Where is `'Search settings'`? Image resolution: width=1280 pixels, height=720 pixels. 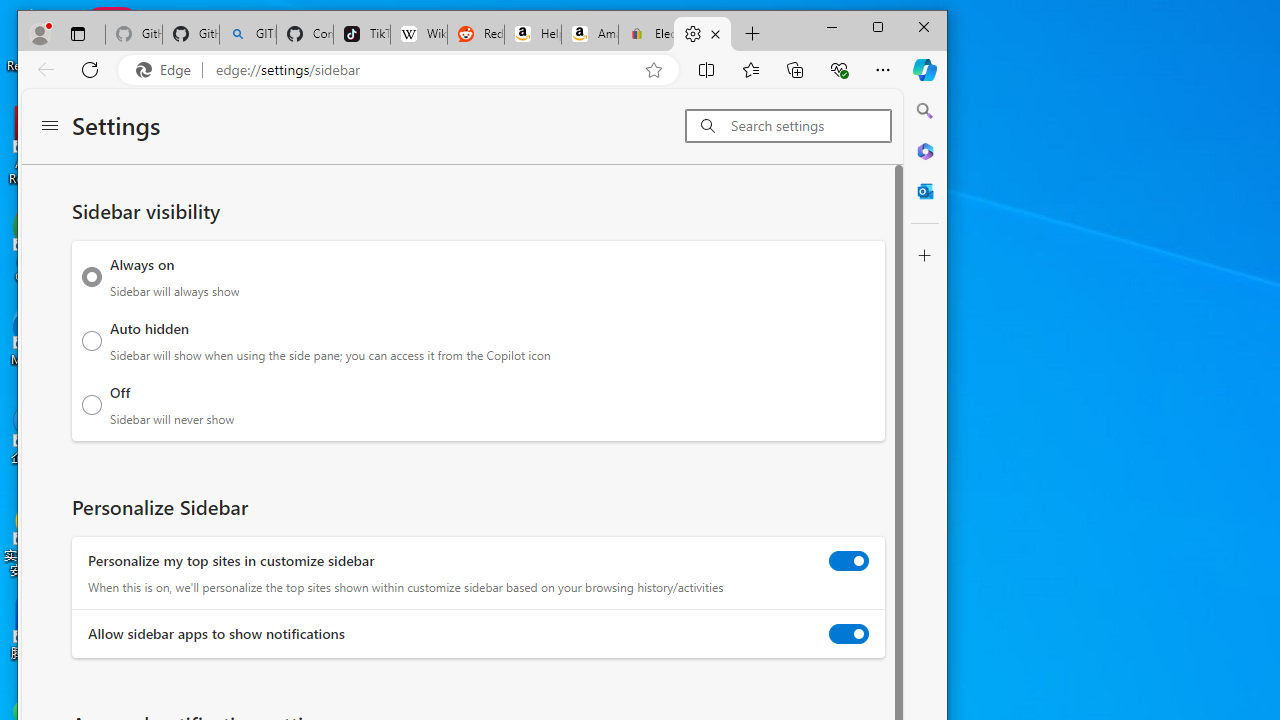
'Search settings' is located at coordinates (810, 125).